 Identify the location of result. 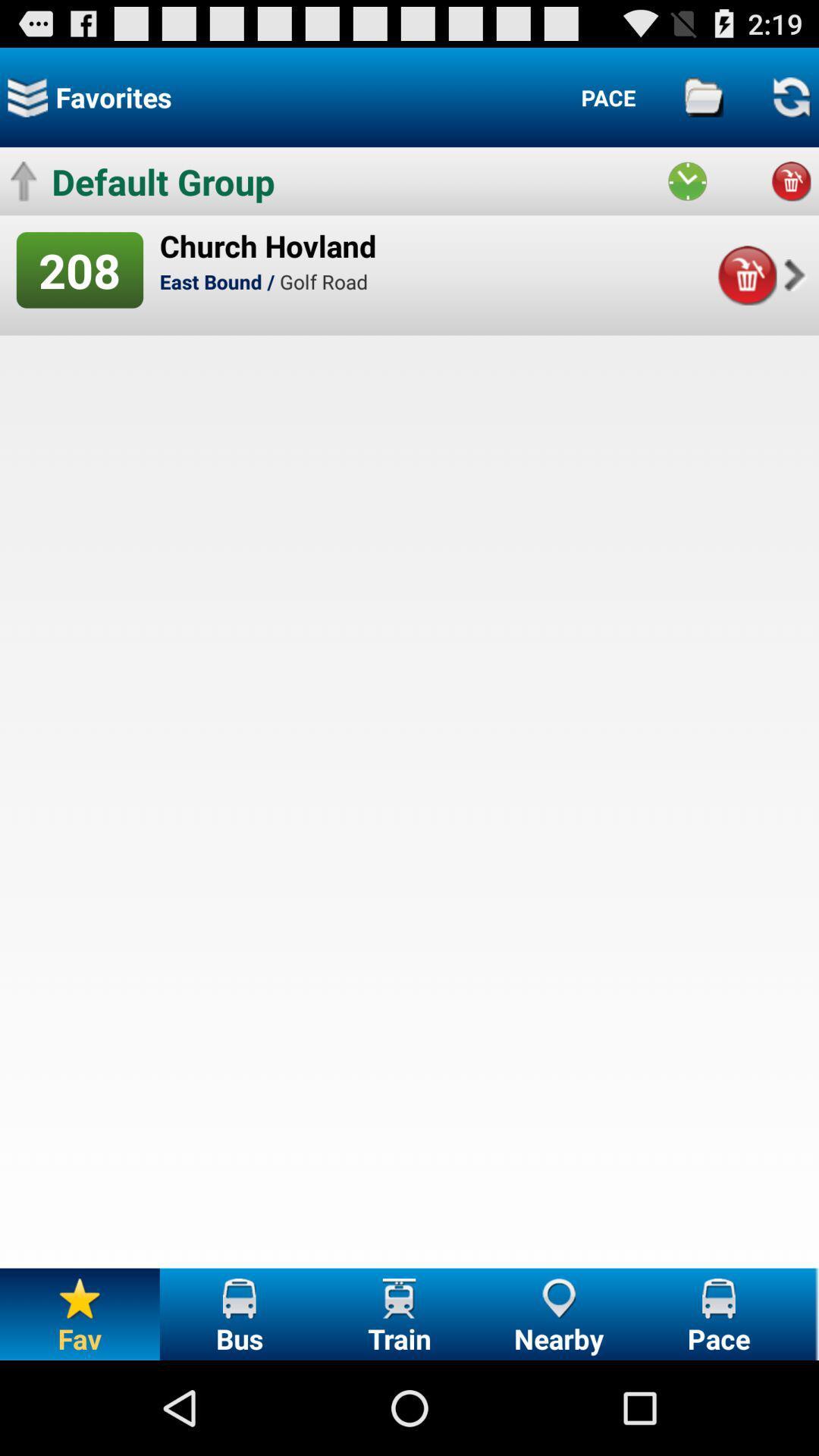
(703, 96).